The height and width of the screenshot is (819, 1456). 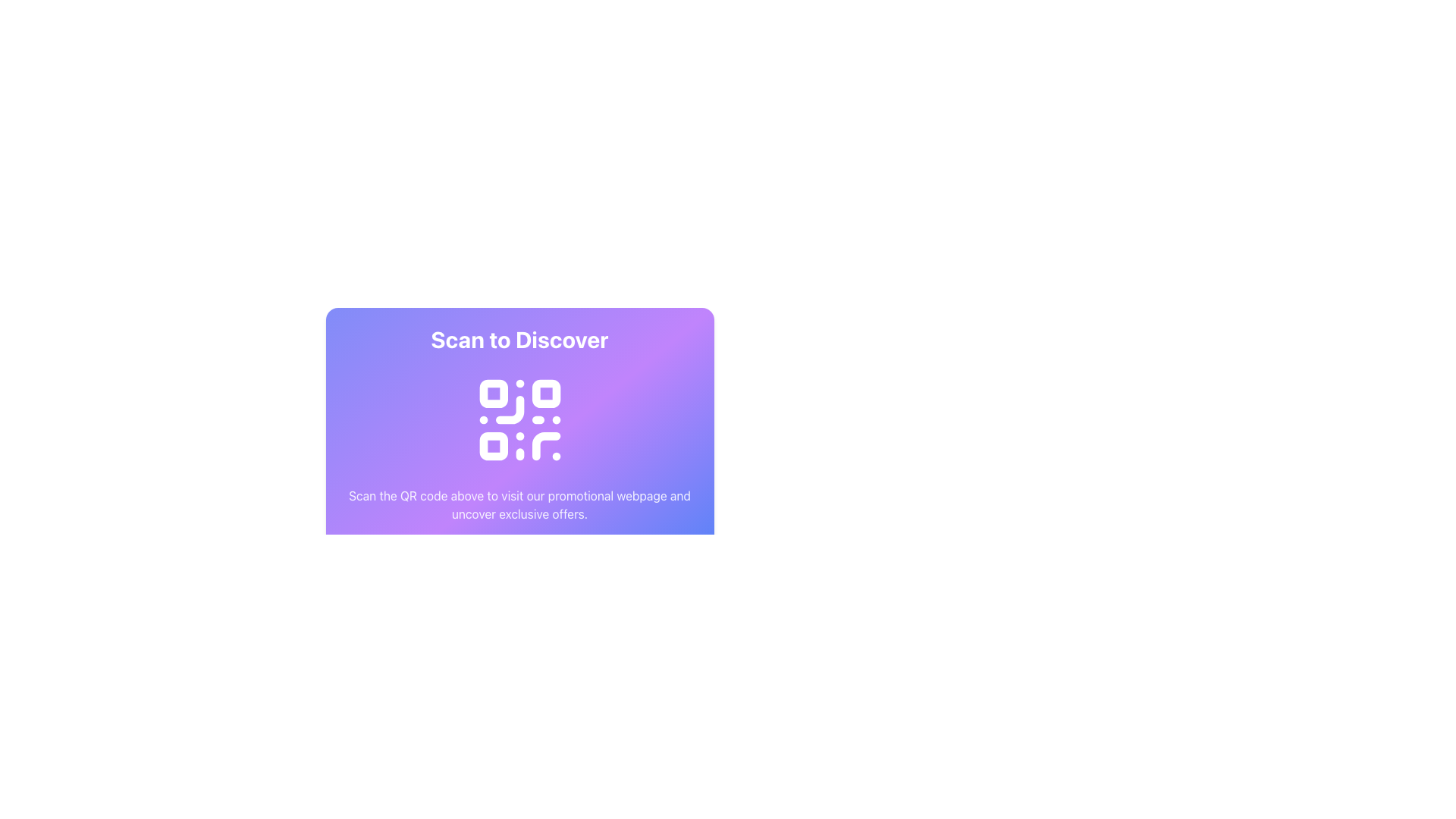 What do you see at coordinates (519, 424) in the screenshot?
I see `the informational section containing the heading 'Scan to Discover' and the QR code for interactions` at bounding box center [519, 424].